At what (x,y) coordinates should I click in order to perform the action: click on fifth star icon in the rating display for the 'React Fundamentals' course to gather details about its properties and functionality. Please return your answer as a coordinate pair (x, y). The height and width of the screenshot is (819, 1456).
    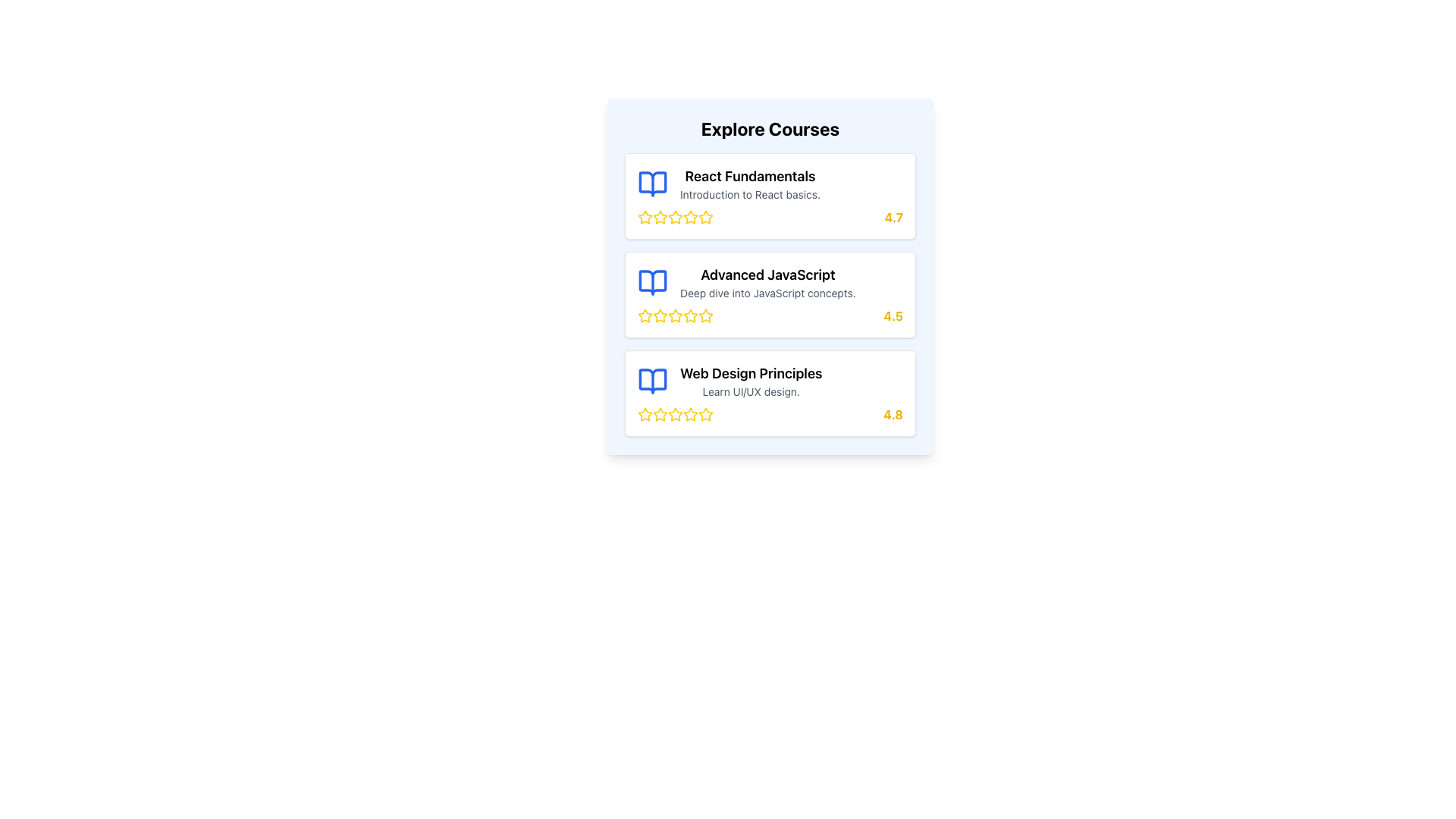
    Looking at the image, I should click on (675, 217).